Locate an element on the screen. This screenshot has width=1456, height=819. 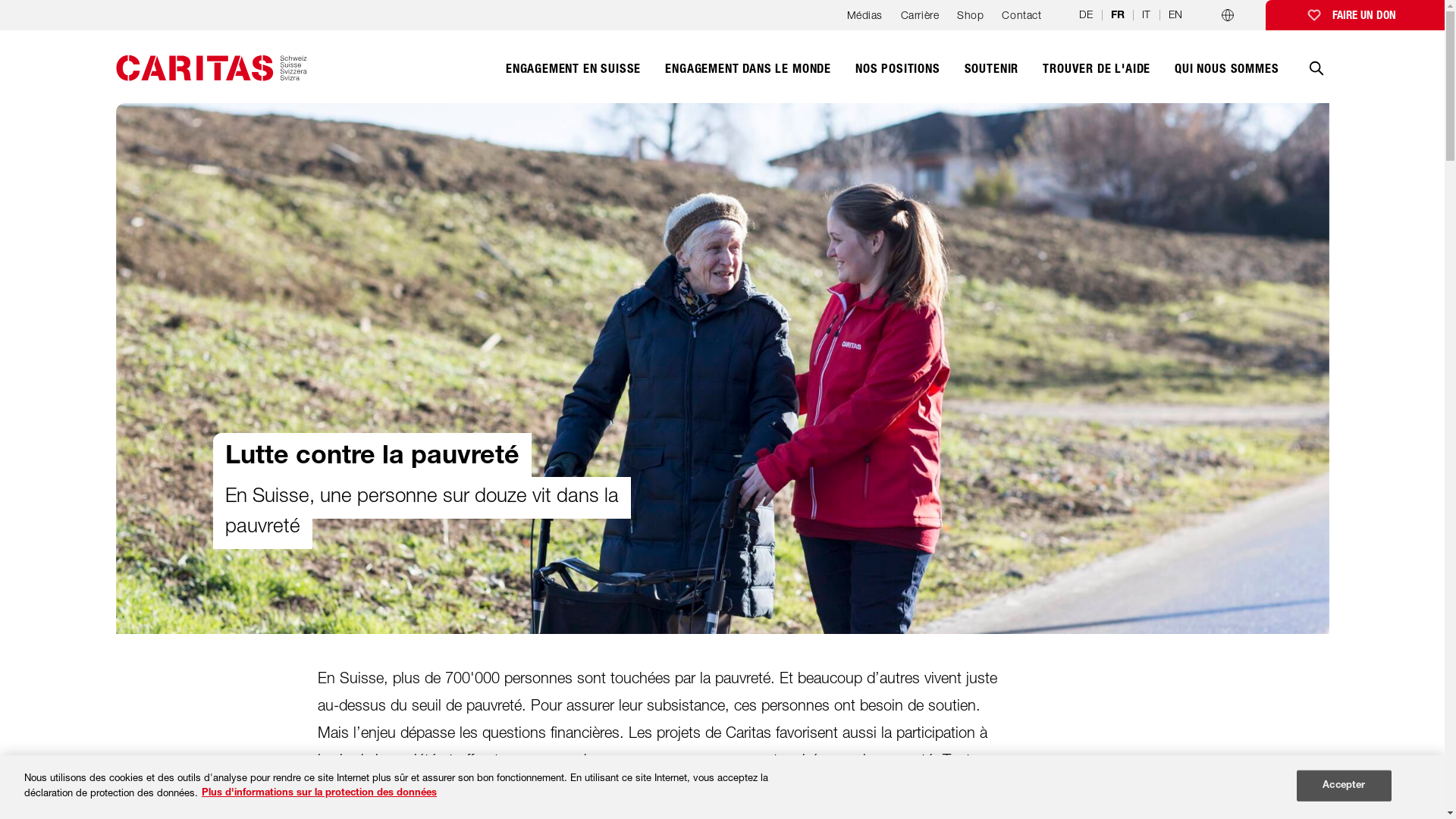
'EN' is located at coordinates (1175, 14).